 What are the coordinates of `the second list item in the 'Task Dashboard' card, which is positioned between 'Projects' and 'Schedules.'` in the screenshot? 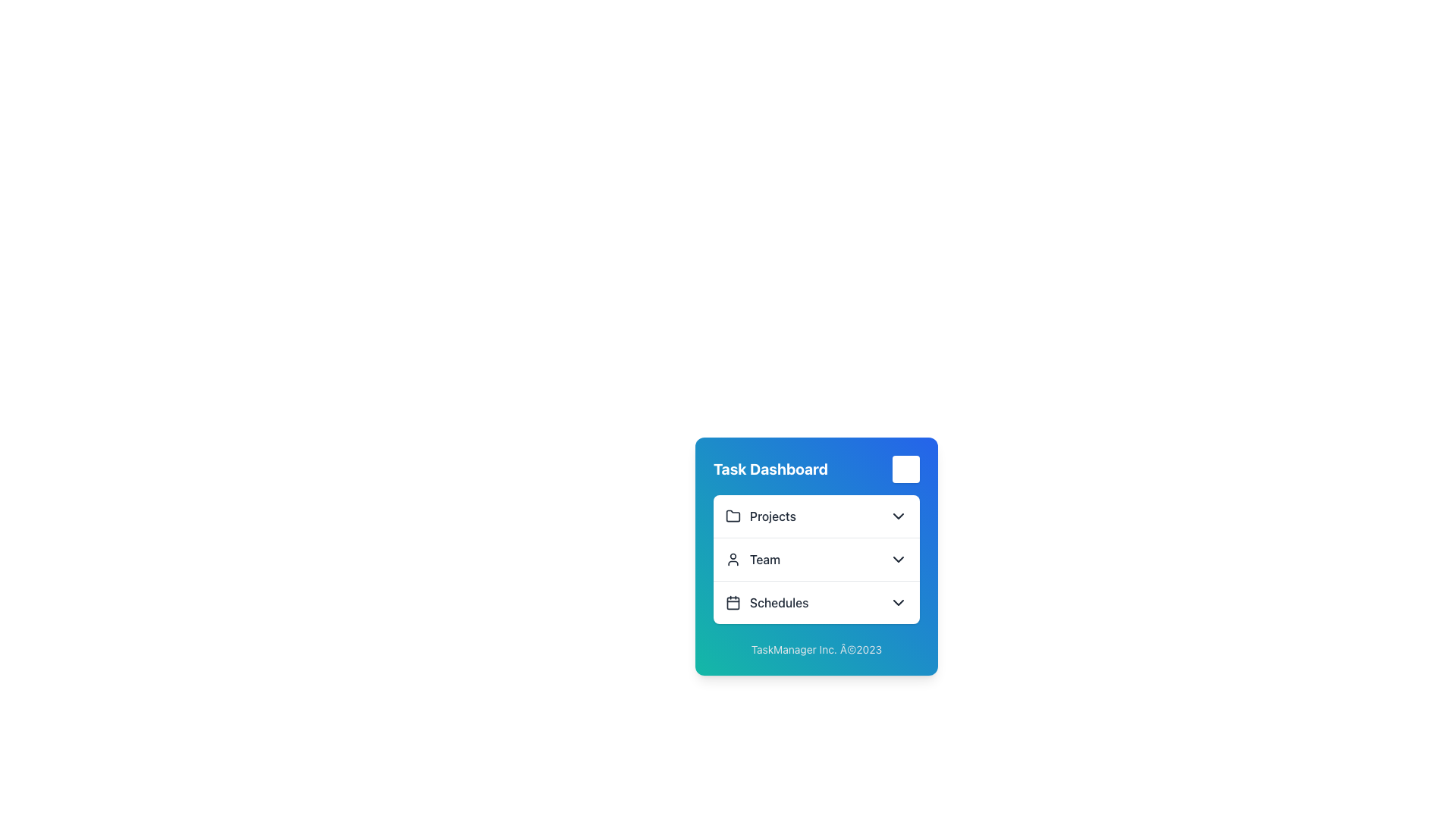 It's located at (815, 559).